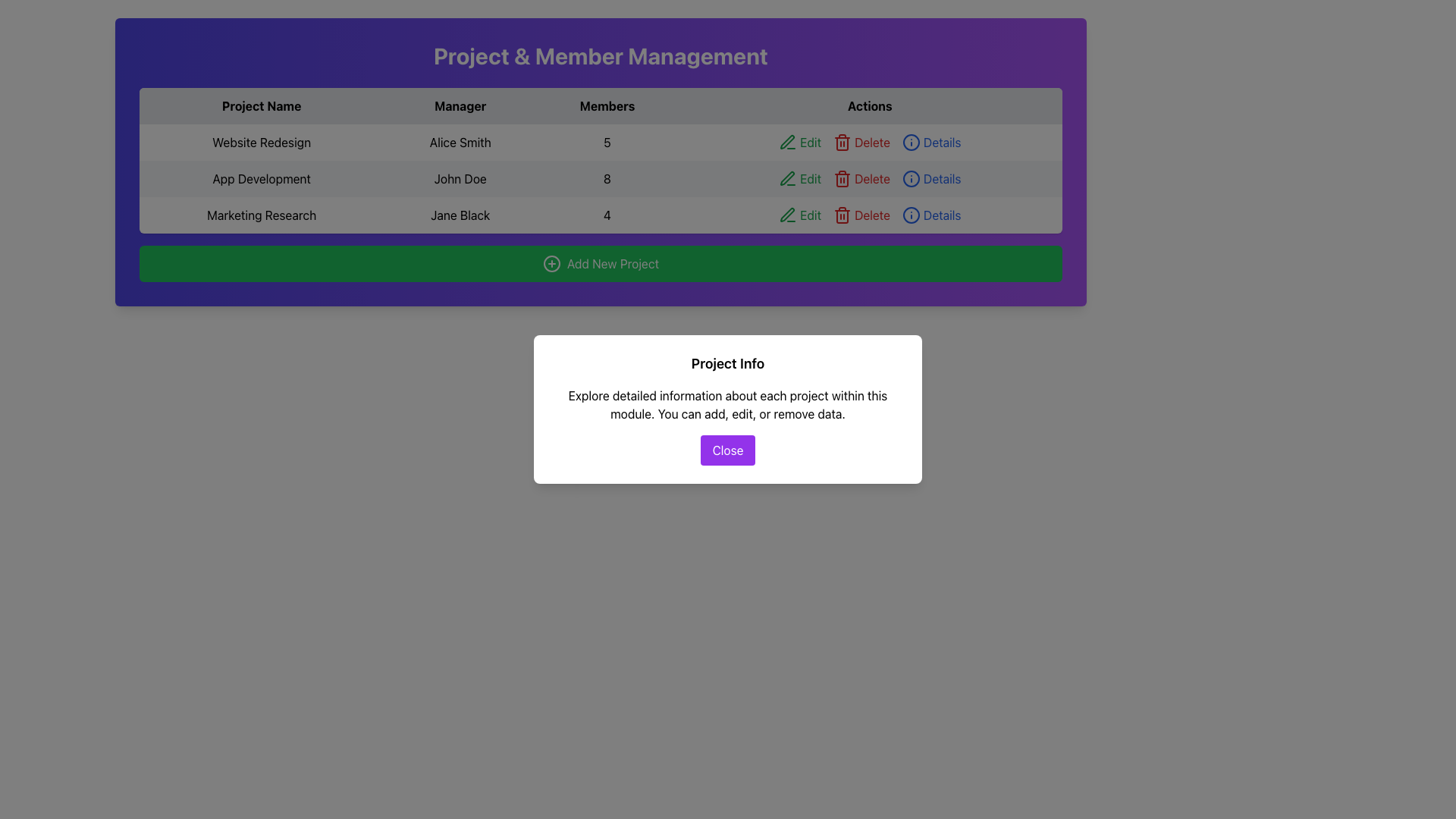 The height and width of the screenshot is (819, 1456). Describe the element at coordinates (728, 403) in the screenshot. I see `the static text block providing guidance in the modal dialog box, located below the 'Project Info' title and above the 'Close' button` at that location.